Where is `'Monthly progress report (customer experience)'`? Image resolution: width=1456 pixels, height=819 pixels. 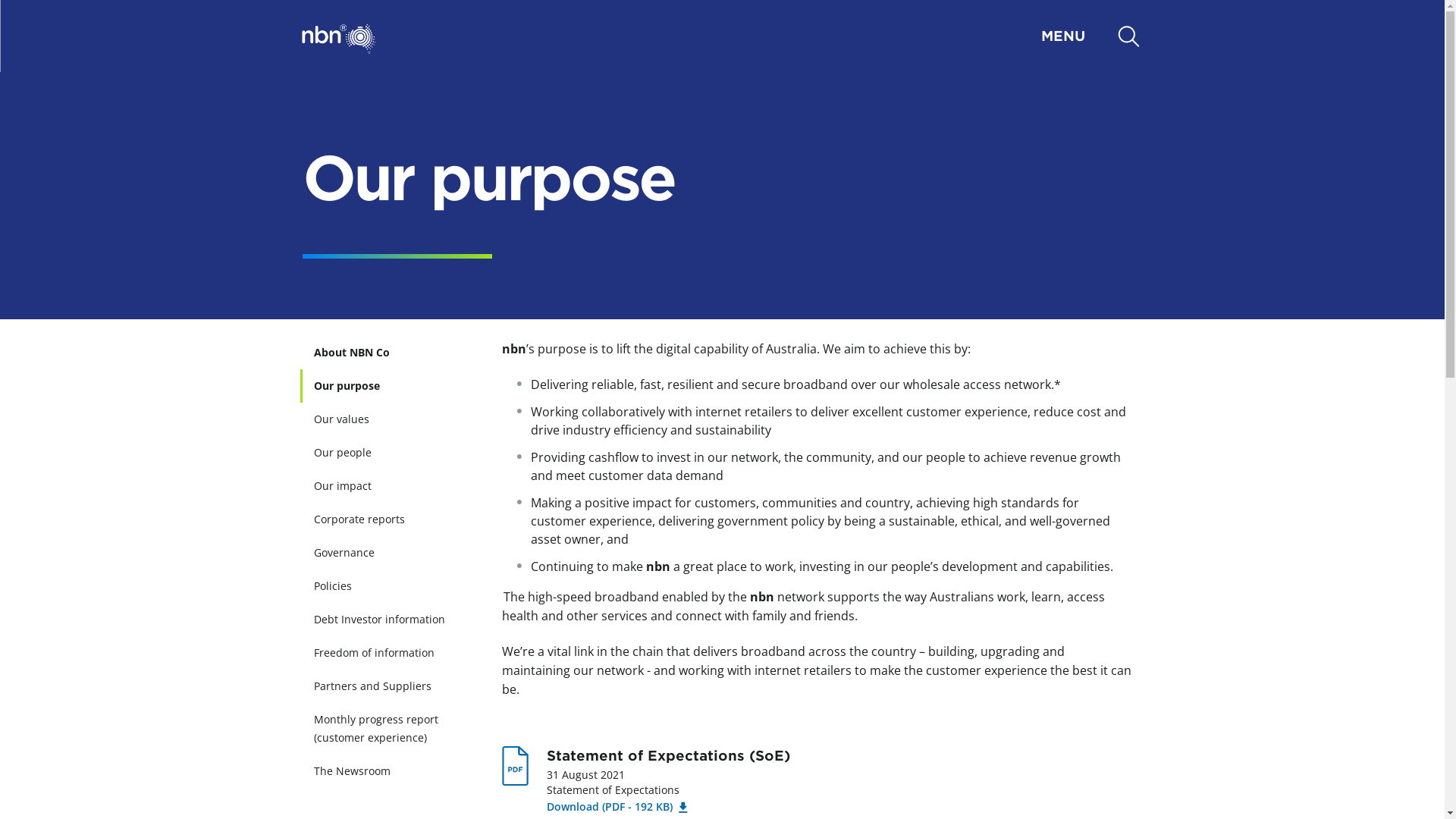
'Monthly progress report (customer experience)' is located at coordinates (388, 727).